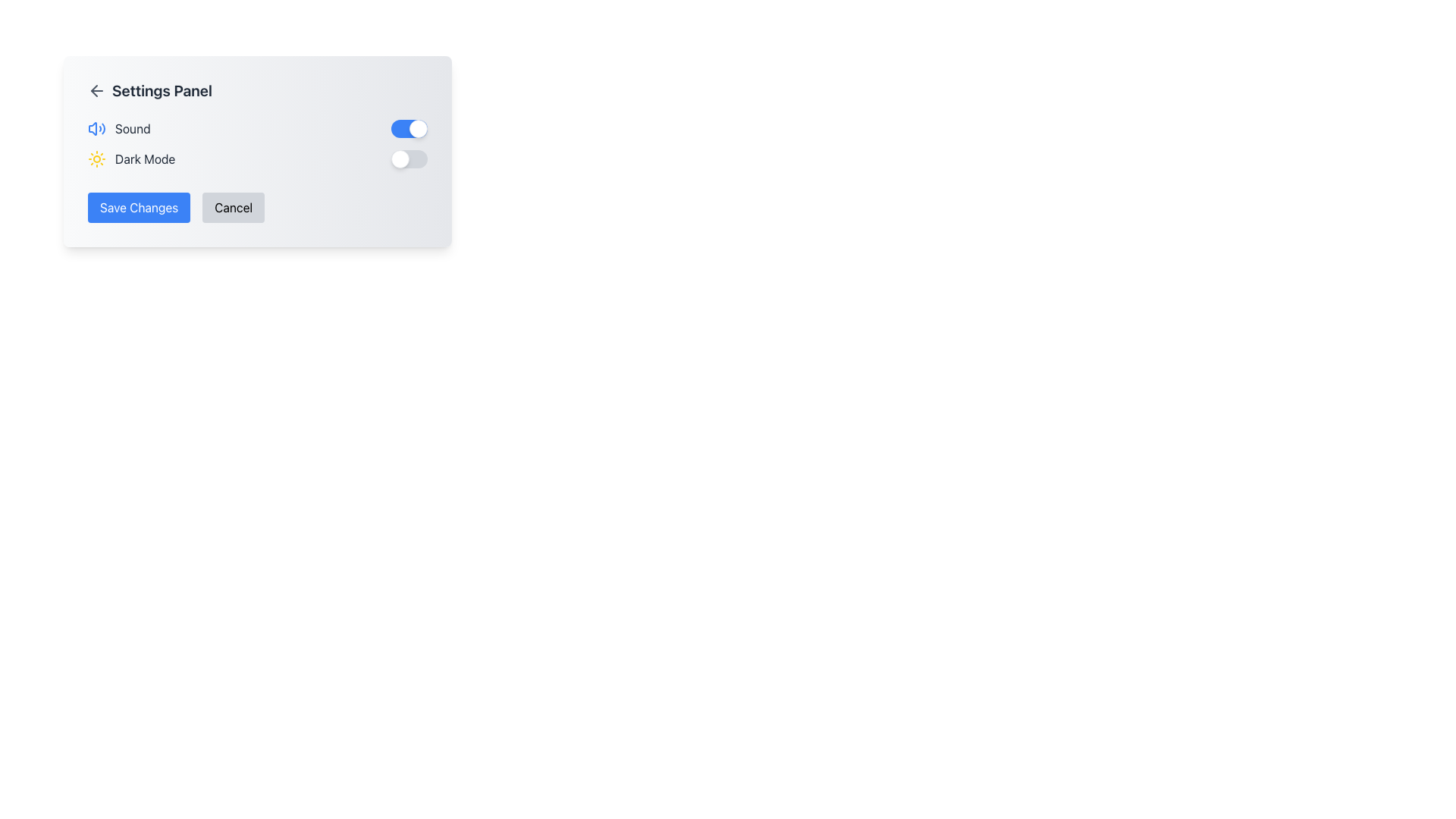 Image resolution: width=1456 pixels, height=819 pixels. I want to click on the left-pointing gray arrow icon located at the far left of the 'Settings Panel' header, so click(96, 90).